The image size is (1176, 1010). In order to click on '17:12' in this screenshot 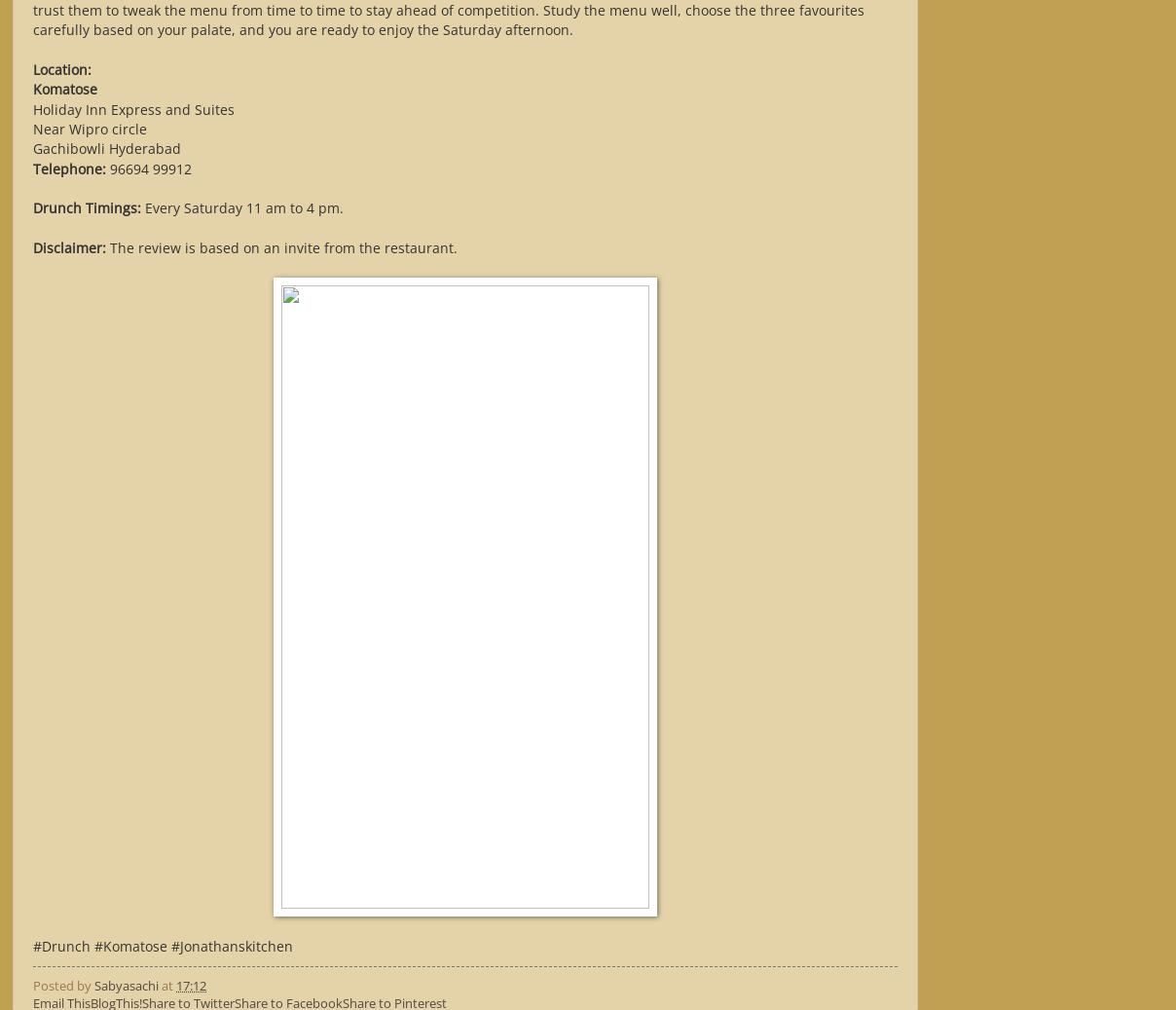, I will do `click(191, 984)`.